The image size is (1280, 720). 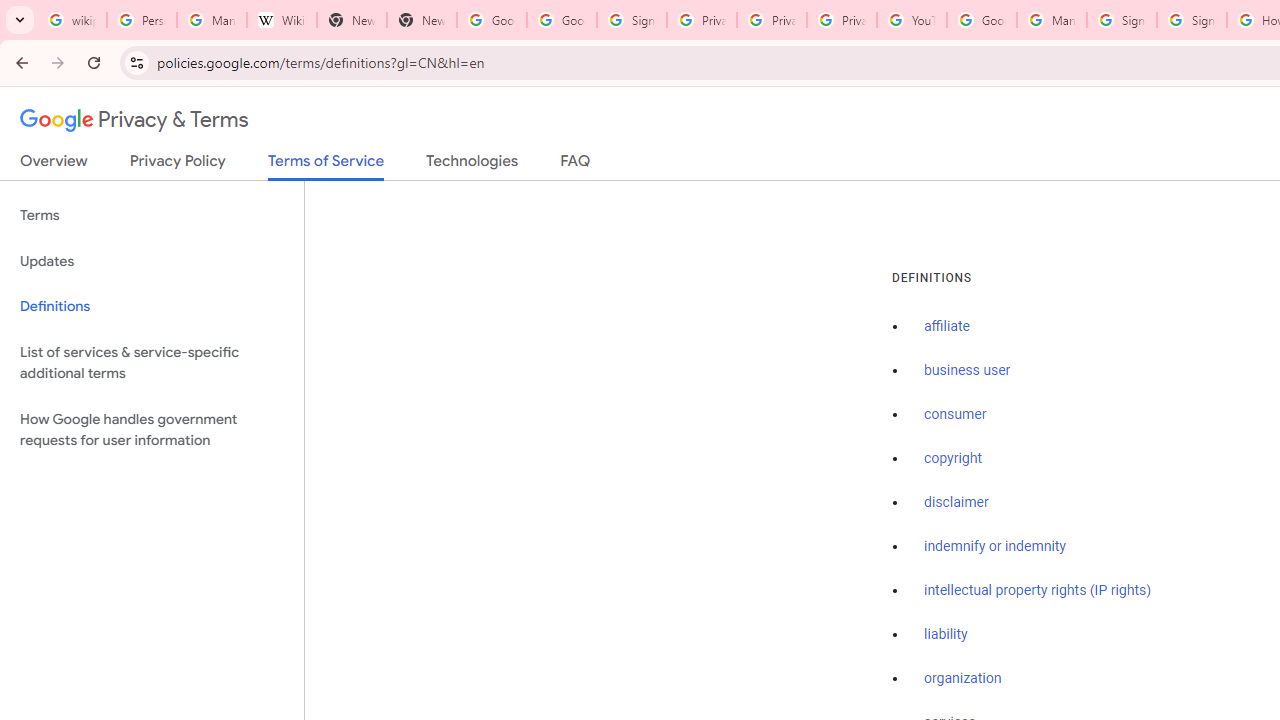 I want to click on 'Sign in - Google Accounts', so click(x=630, y=20).